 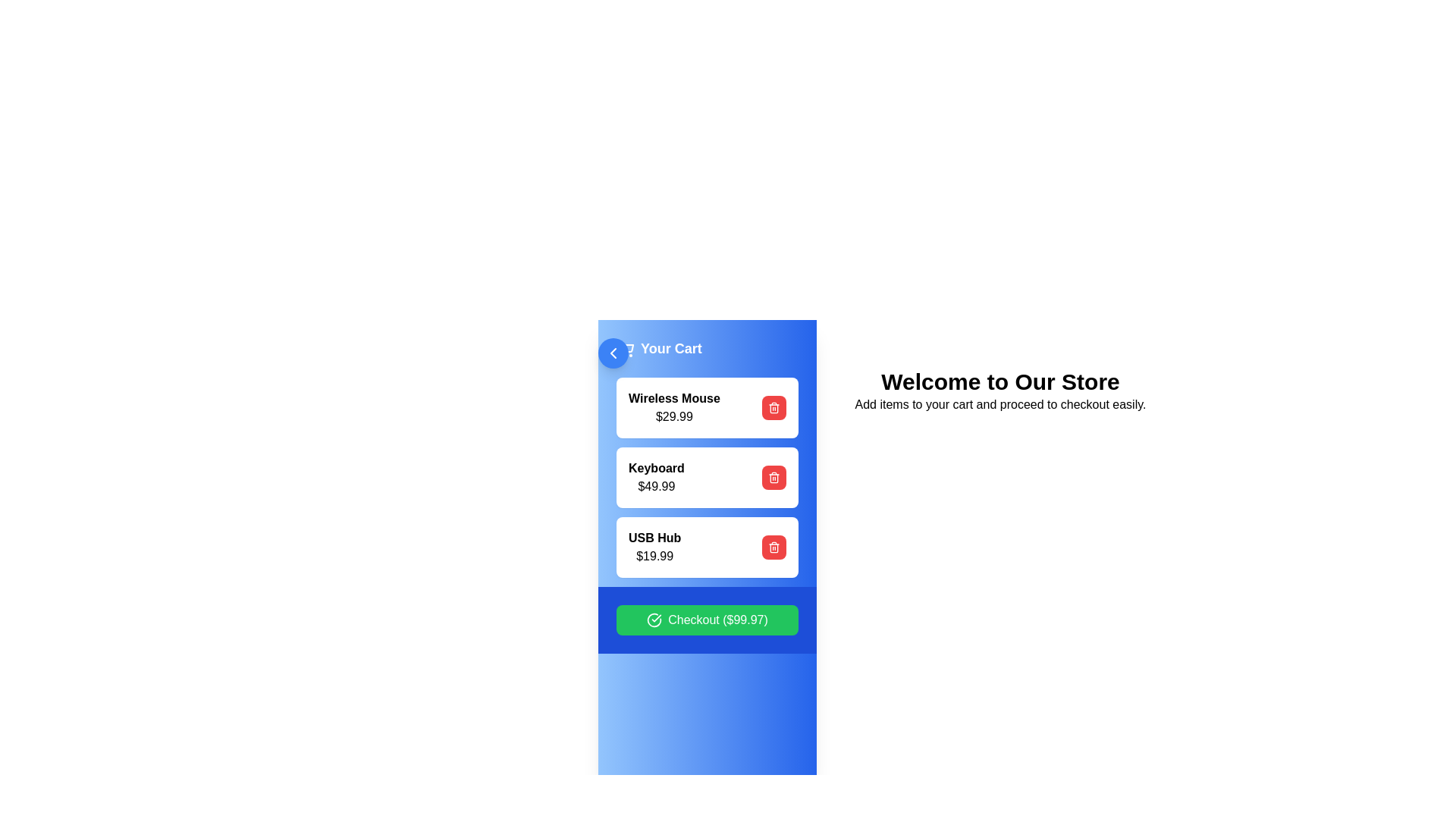 I want to click on the delete button located on the right side of the 'USB Hub $19.99' item in the cart panel, so click(x=774, y=547).